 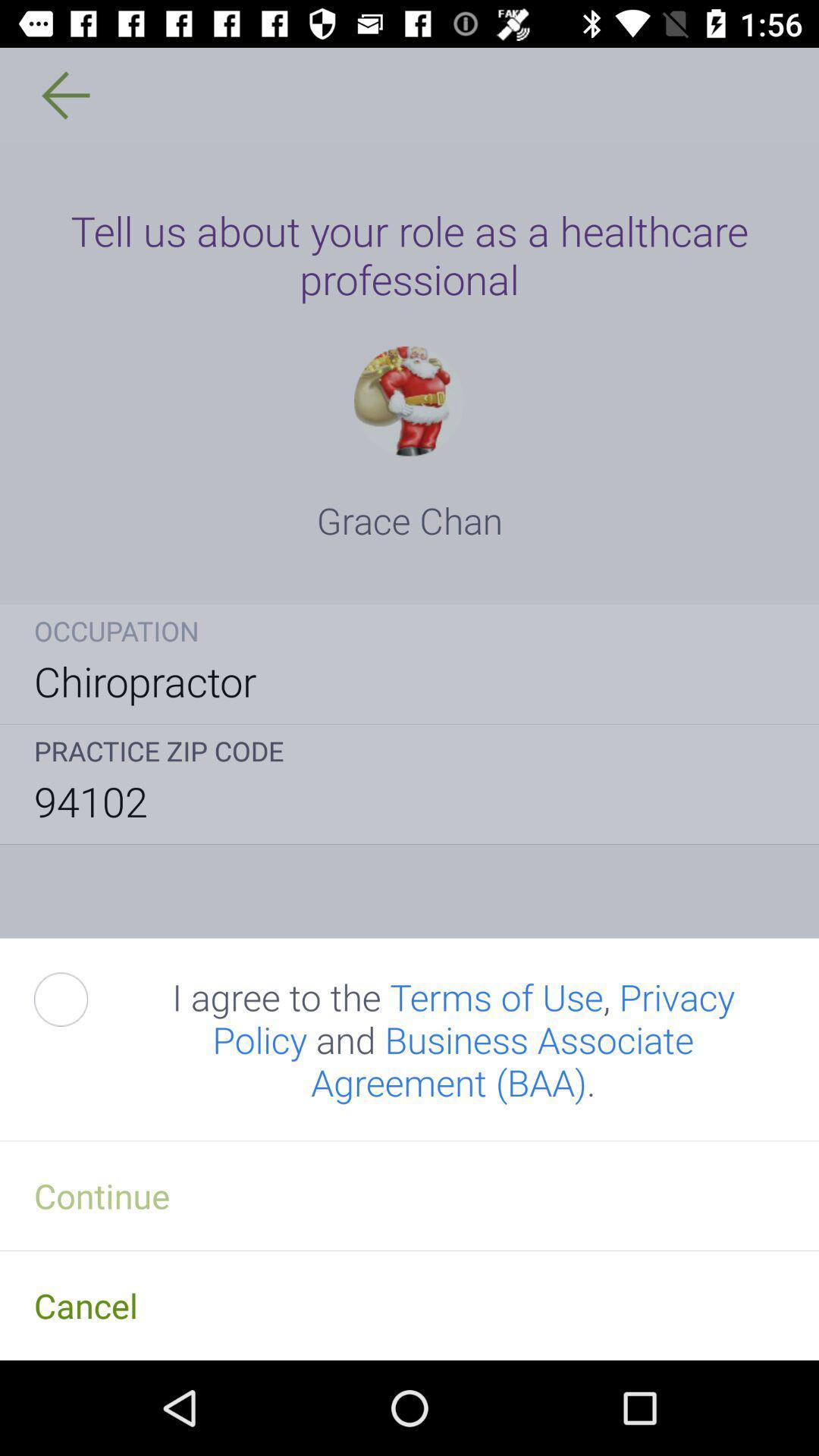 What do you see at coordinates (78, 999) in the screenshot?
I see `accept terms and conditions` at bounding box center [78, 999].